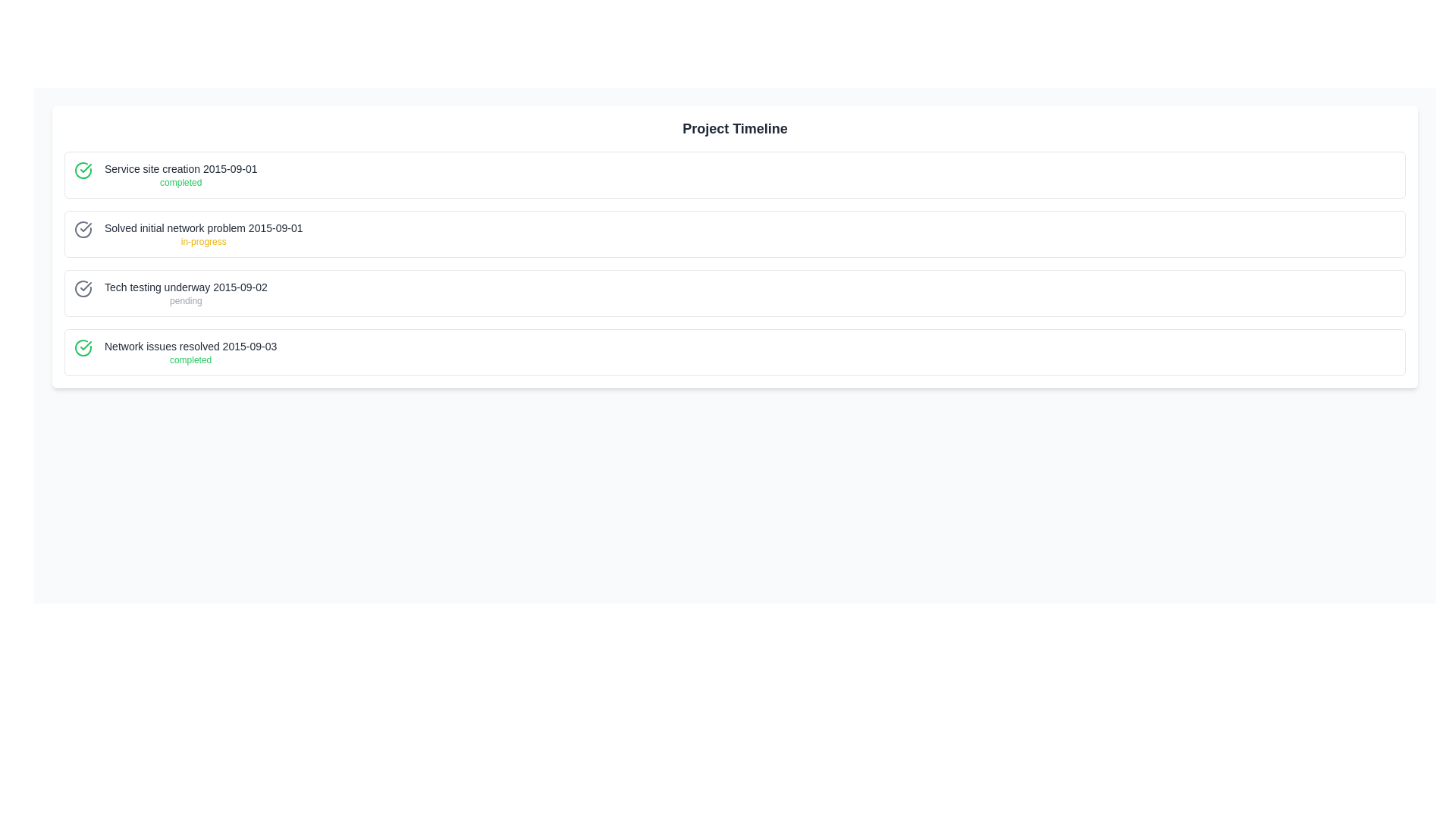  Describe the element at coordinates (185, 287) in the screenshot. I see `the Text Label displaying 'Tech testing underway 2015-09-02' in the Project Timeline list` at that location.